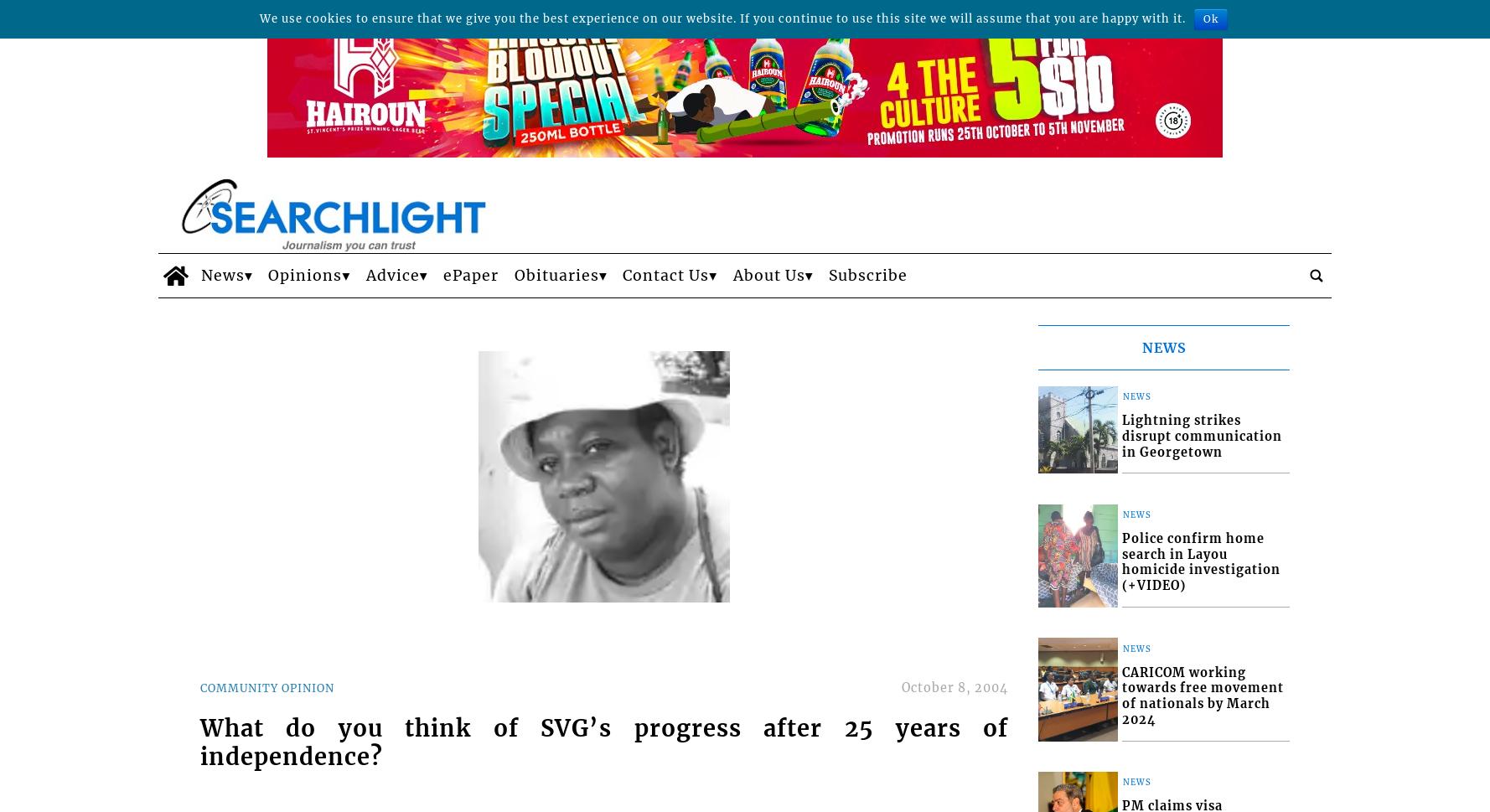 Image resolution: width=1490 pixels, height=812 pixels. Describe the element at coordinates (303, 274) in the screenshot. I see `'Opinions'` at that location.